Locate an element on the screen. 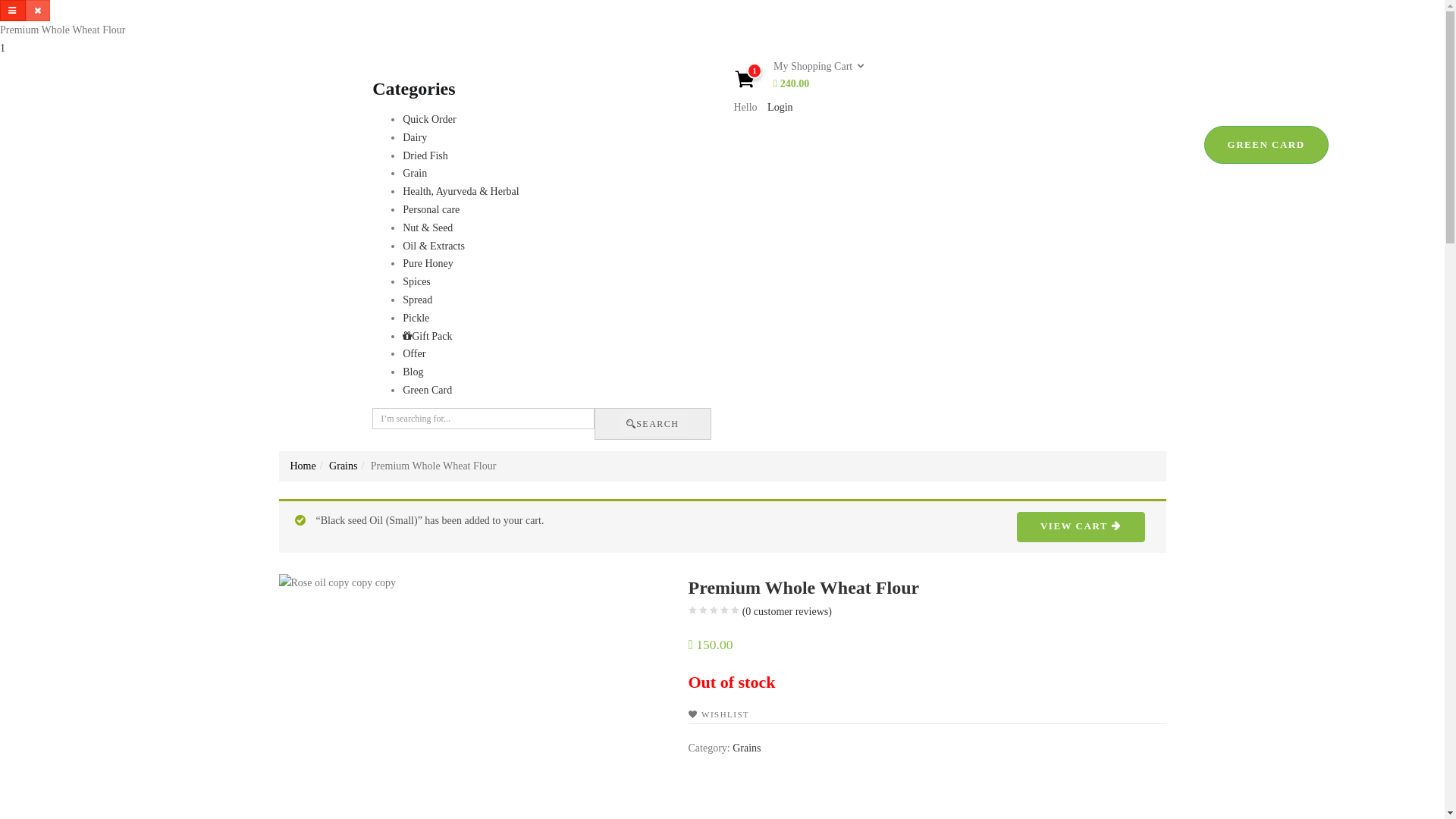 The width and height of the screenshot is (1456, 819). 'Login' is located at coordinates (780, 106).